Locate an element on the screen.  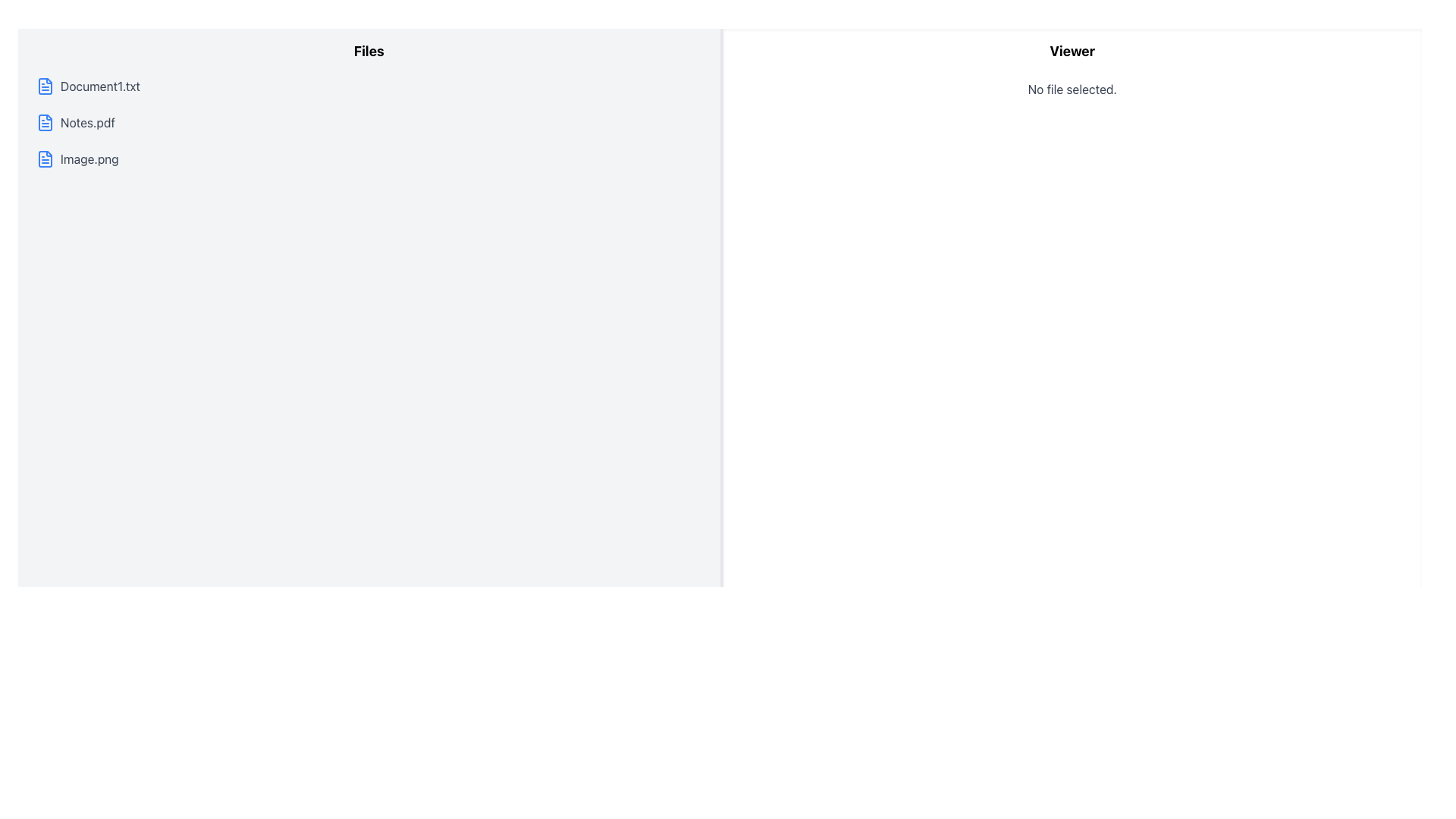
the text label displaying 'No file selected.' which is centrally aligned in the viewer area of the interface is located at coordinates (1072, 89).